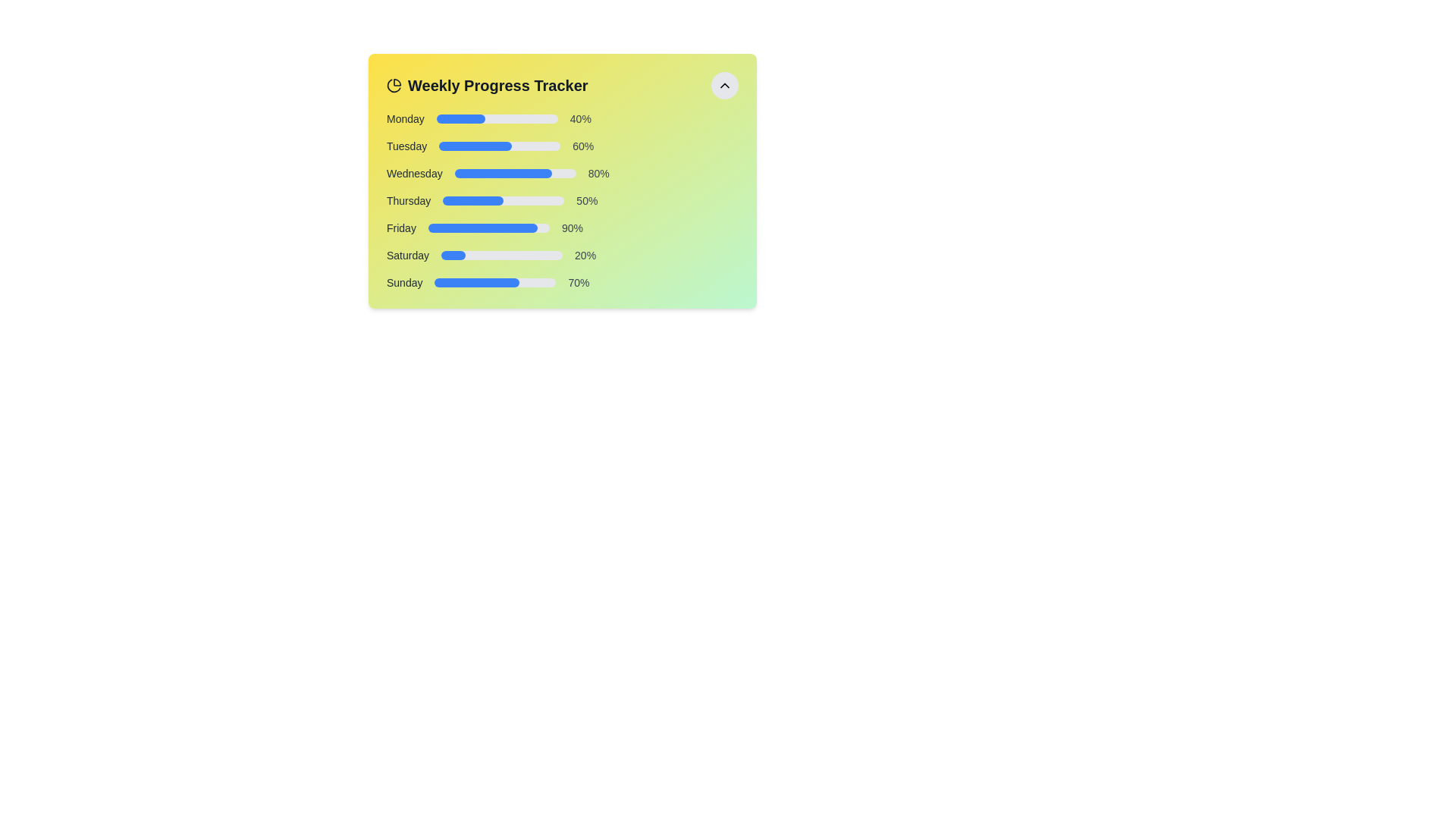 The width and height of the screenshot is (1456, 819). I want to click on the labeled progress bar for 'Thursday', which has a blue progress indicator showing 50%, so click(562, 200).